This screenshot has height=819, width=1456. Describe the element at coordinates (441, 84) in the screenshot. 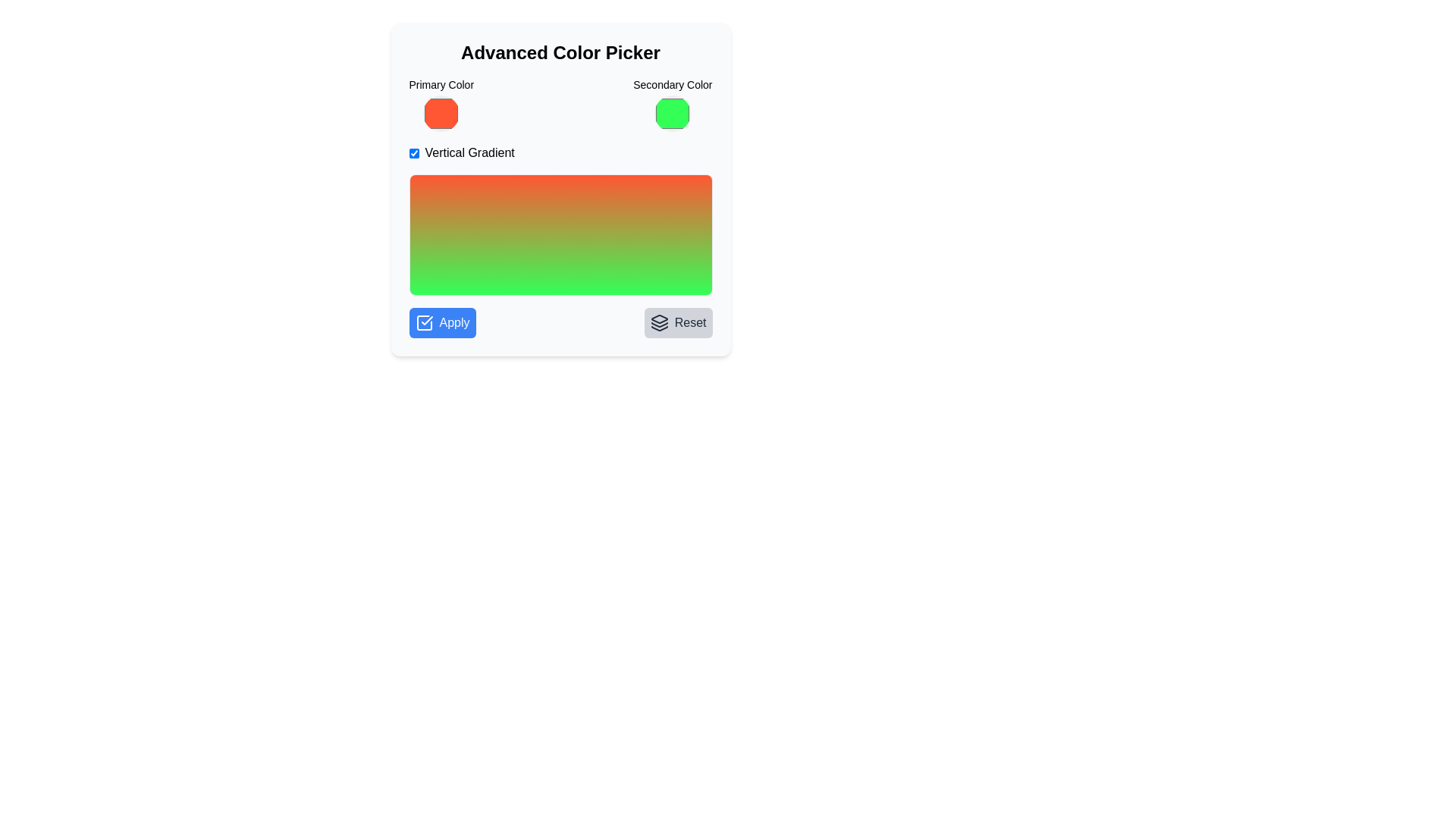

I see `the 'Primary Color' text label element, which is a small, medium-weight font styled in a neutral color, positioned above the circular color selector in the main color picker interface` at that location.